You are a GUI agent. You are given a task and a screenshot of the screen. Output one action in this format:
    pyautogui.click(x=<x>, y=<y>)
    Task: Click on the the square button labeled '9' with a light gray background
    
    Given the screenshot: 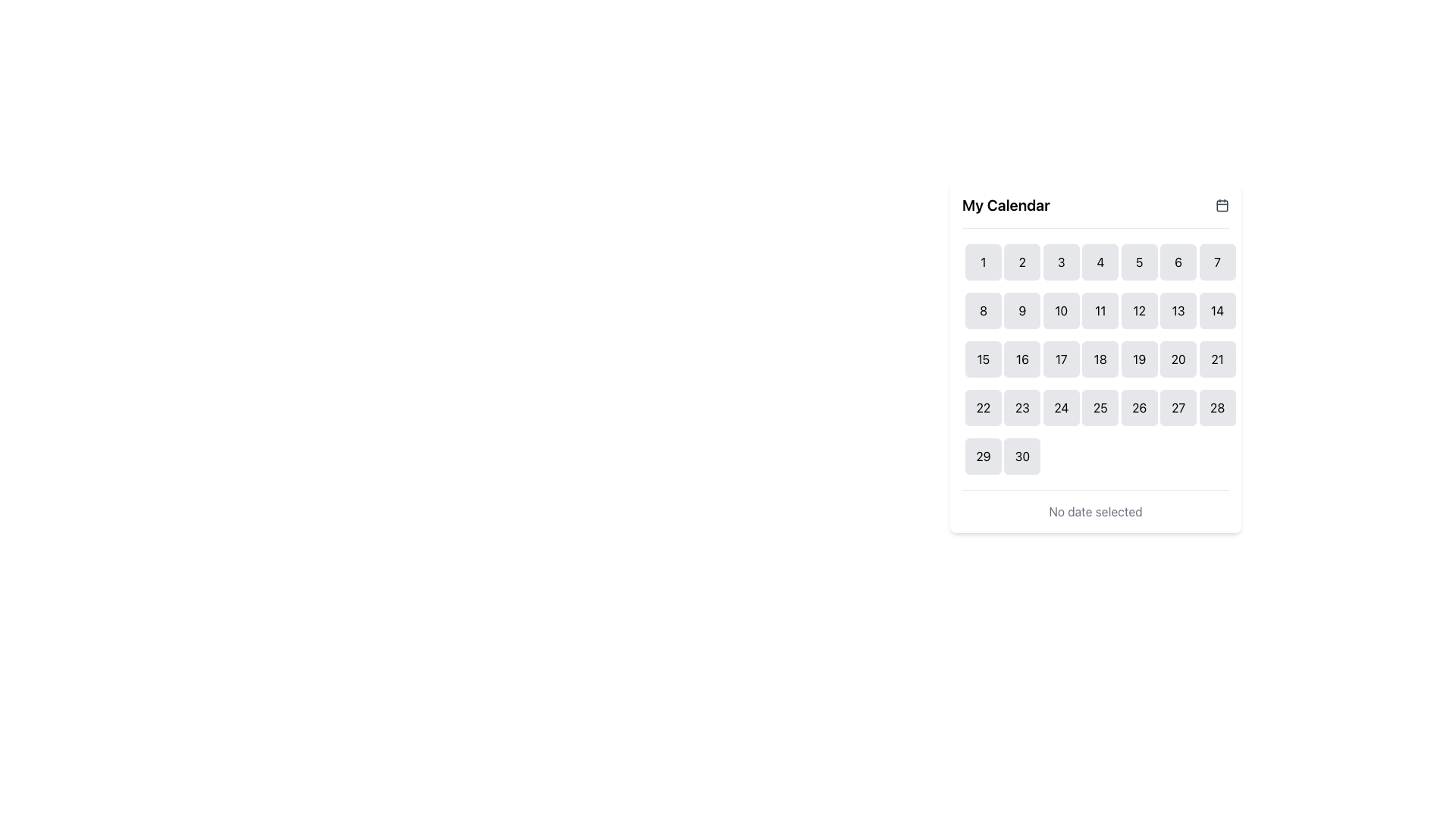 What is the action you would take?
    pyautogui.click(x=1022, y=309)
    